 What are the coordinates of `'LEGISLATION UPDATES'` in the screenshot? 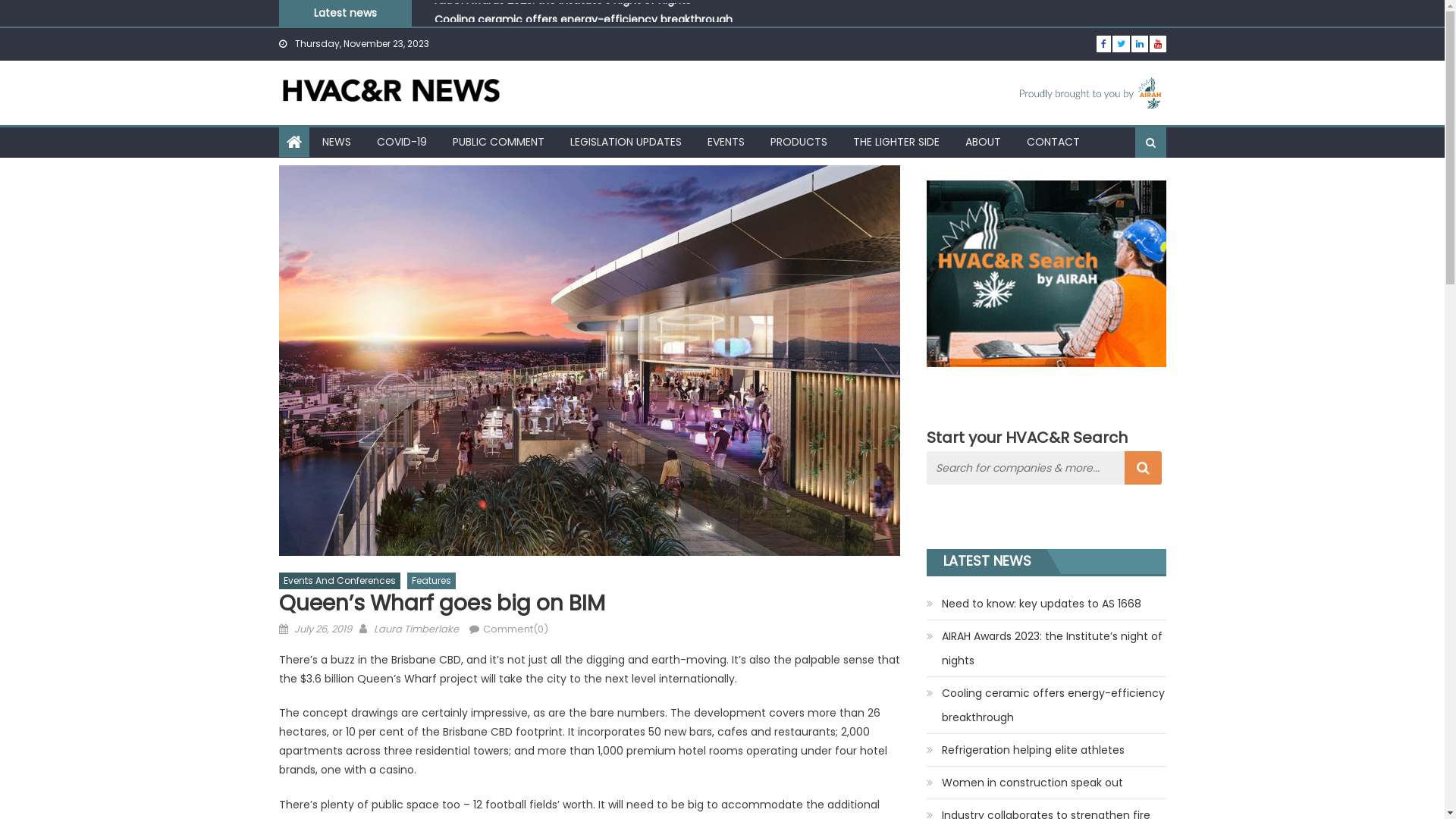 It's located at (625, 141).